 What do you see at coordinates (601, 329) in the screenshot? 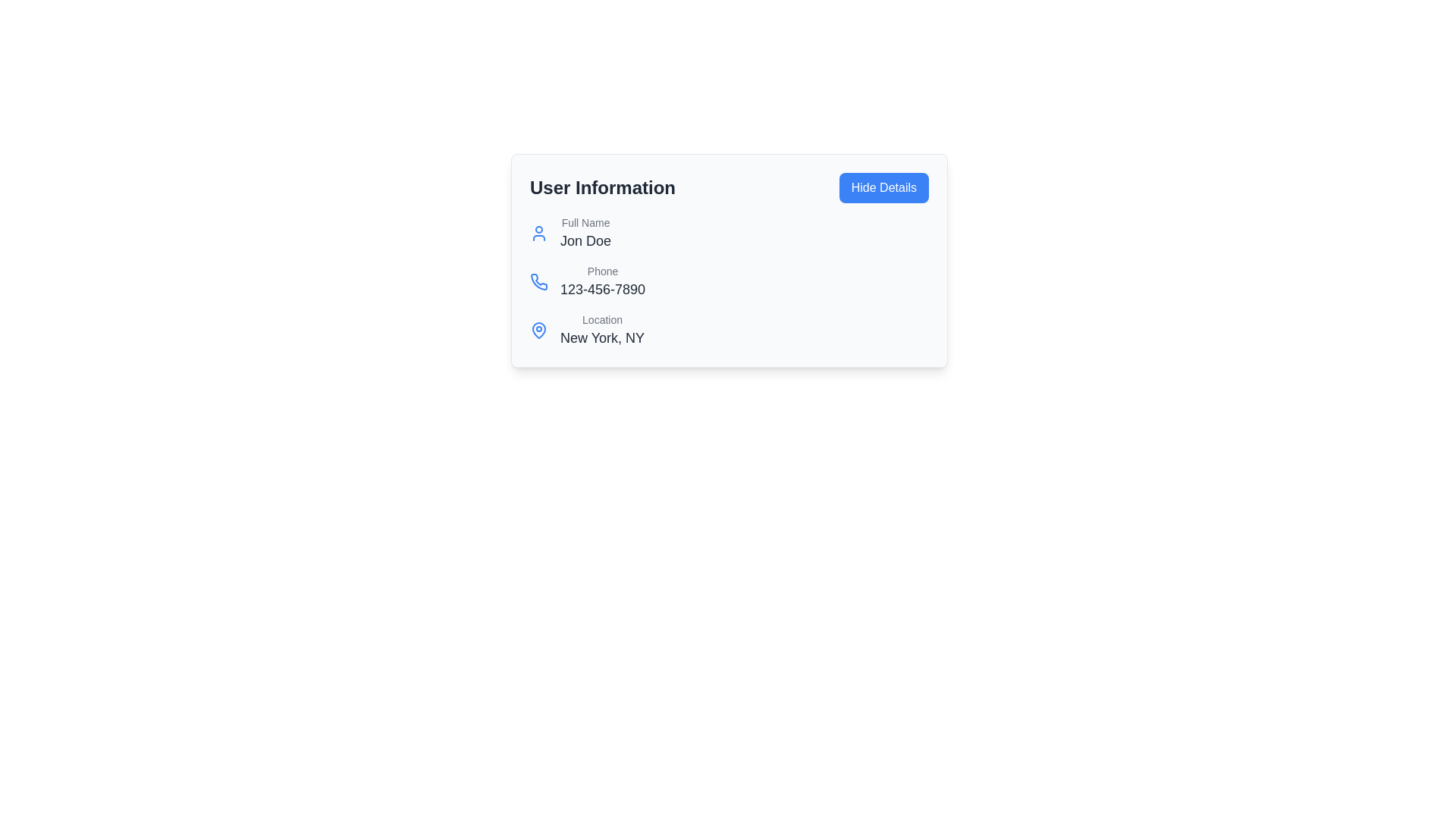
I see `location information displayed in the text display element located in the bottom row of the contact card interface, next to the location icon` at bounding box center [601, 329].